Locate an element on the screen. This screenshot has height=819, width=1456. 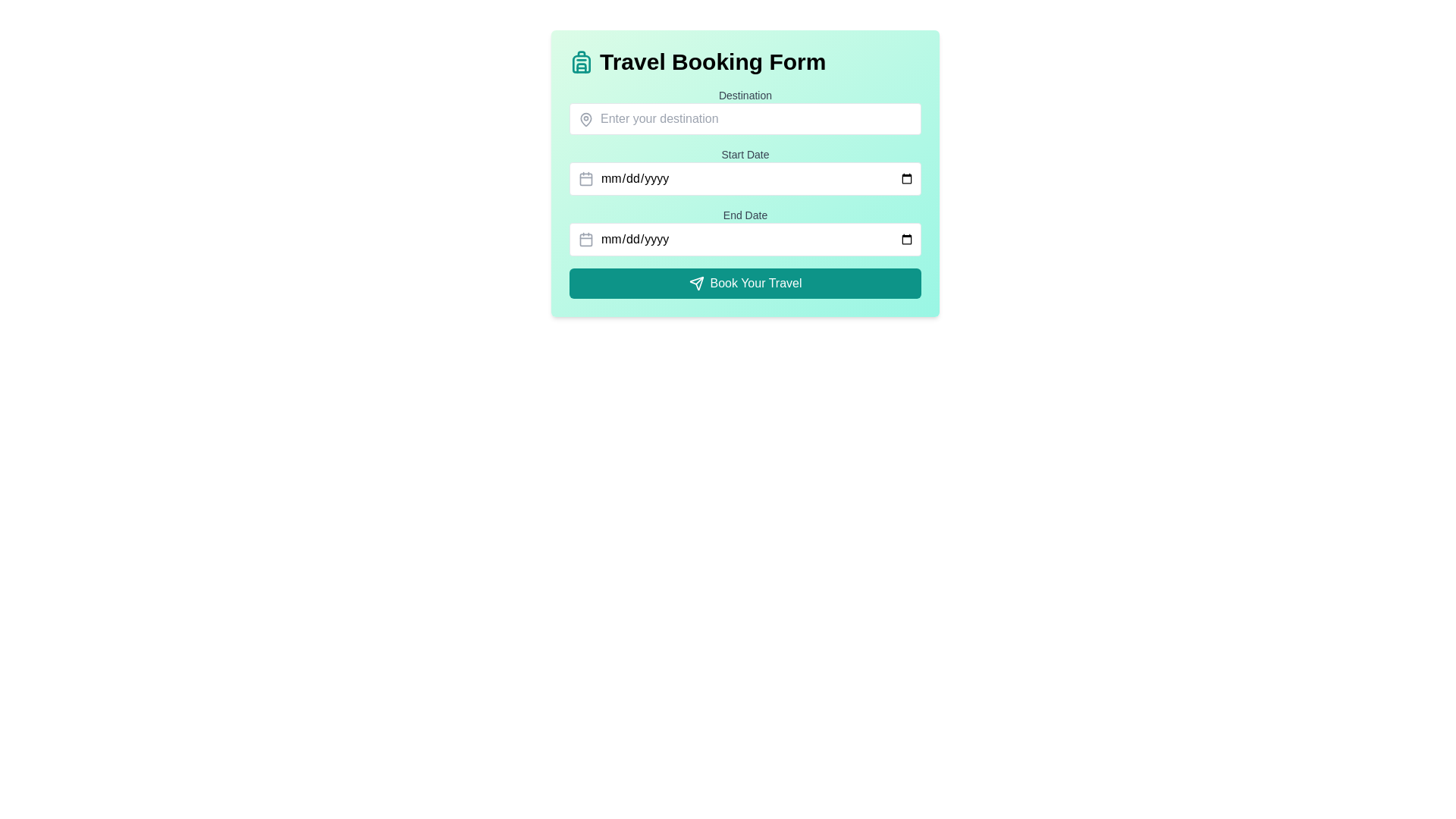
the wide, teal-colored button with rounded corners and the text 'Book Your Travel' is located at coordinates (745, 284).